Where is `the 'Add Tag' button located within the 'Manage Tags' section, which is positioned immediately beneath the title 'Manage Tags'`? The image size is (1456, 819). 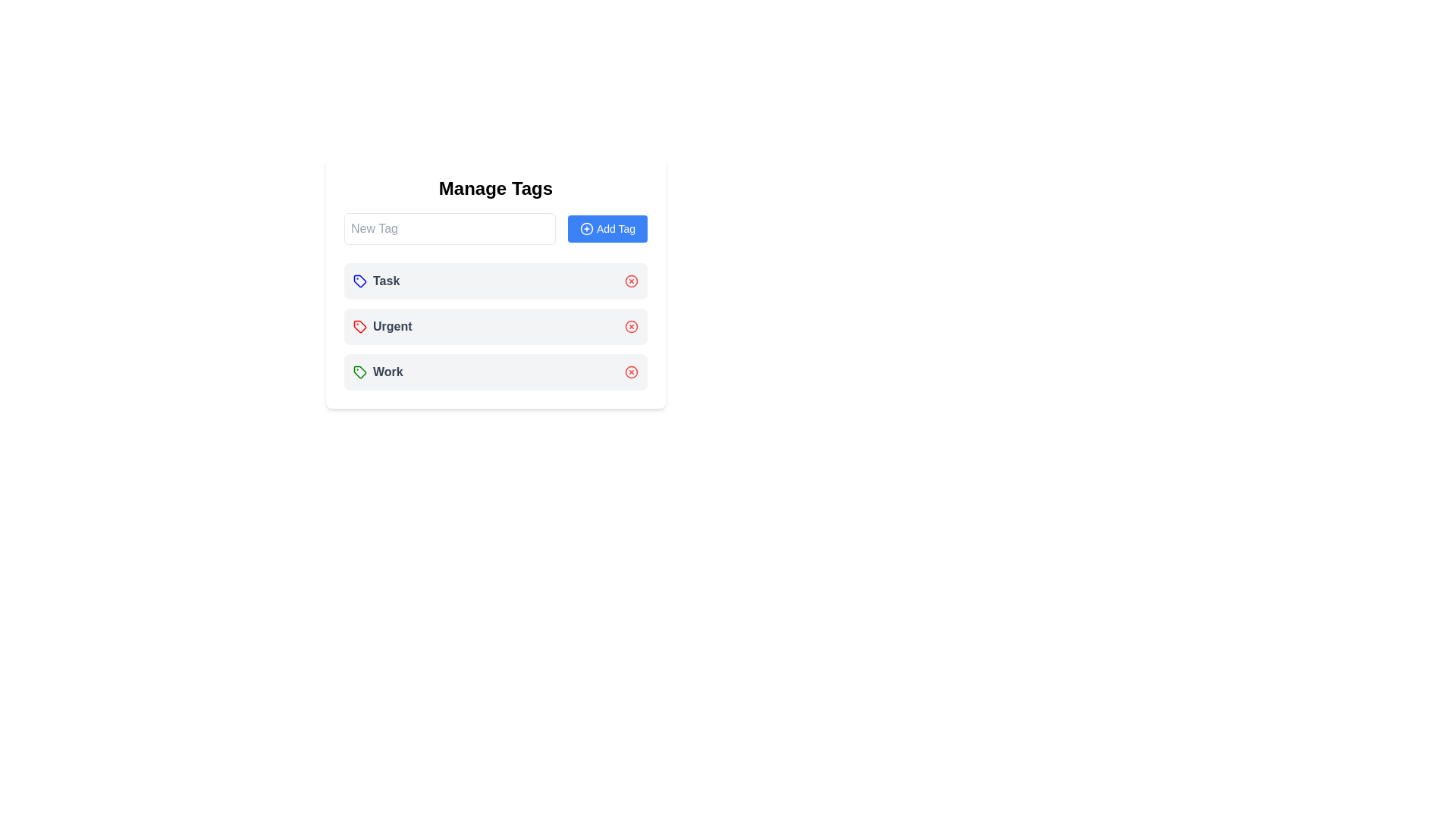 the 'Add Tag' button located within the 'Manage Tags' section, which is positioned immediately beneath the title 'Manage Tags' is located at coordinates (495, 228).